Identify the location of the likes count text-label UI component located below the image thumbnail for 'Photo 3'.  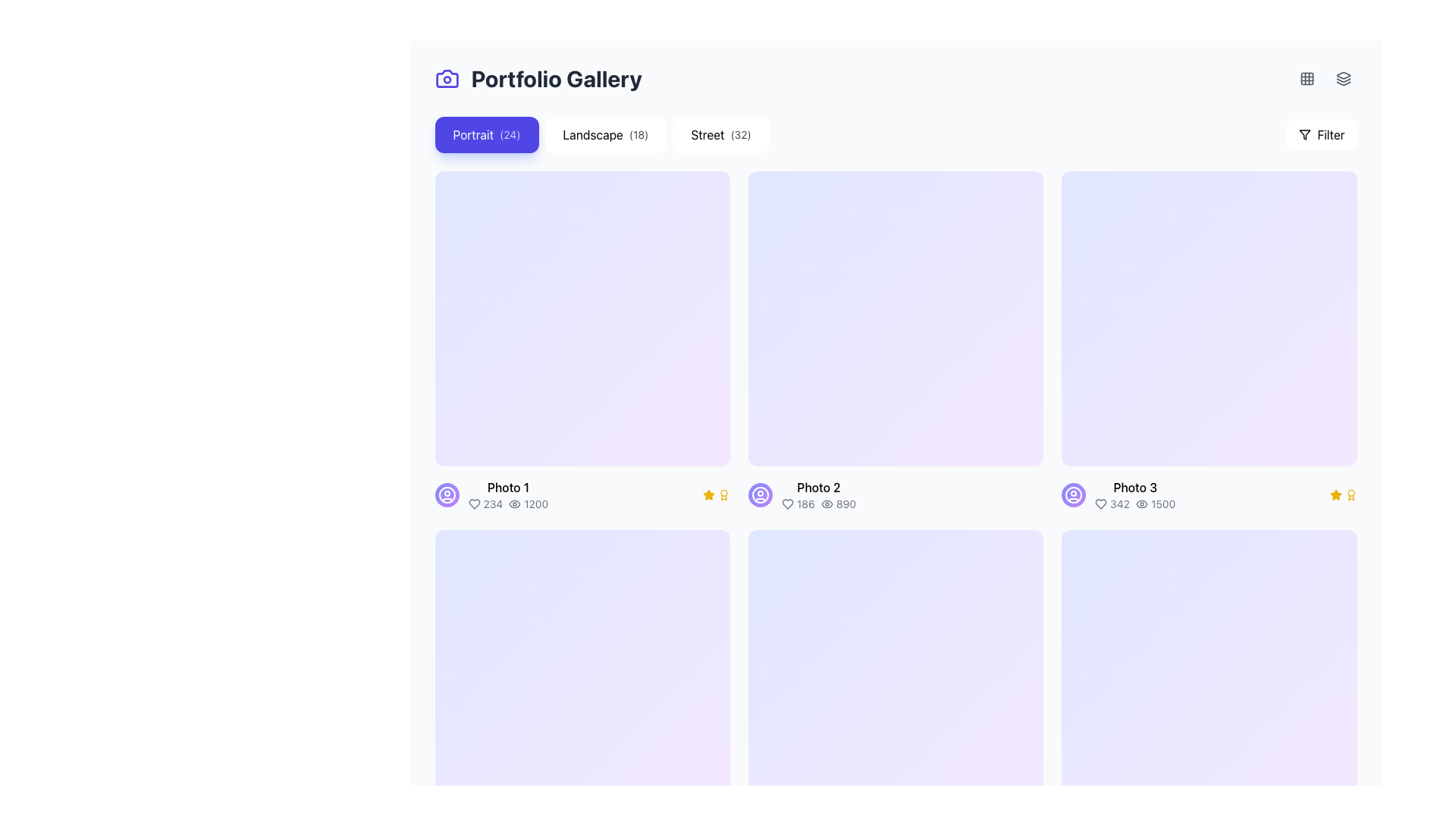
(1112, 504).